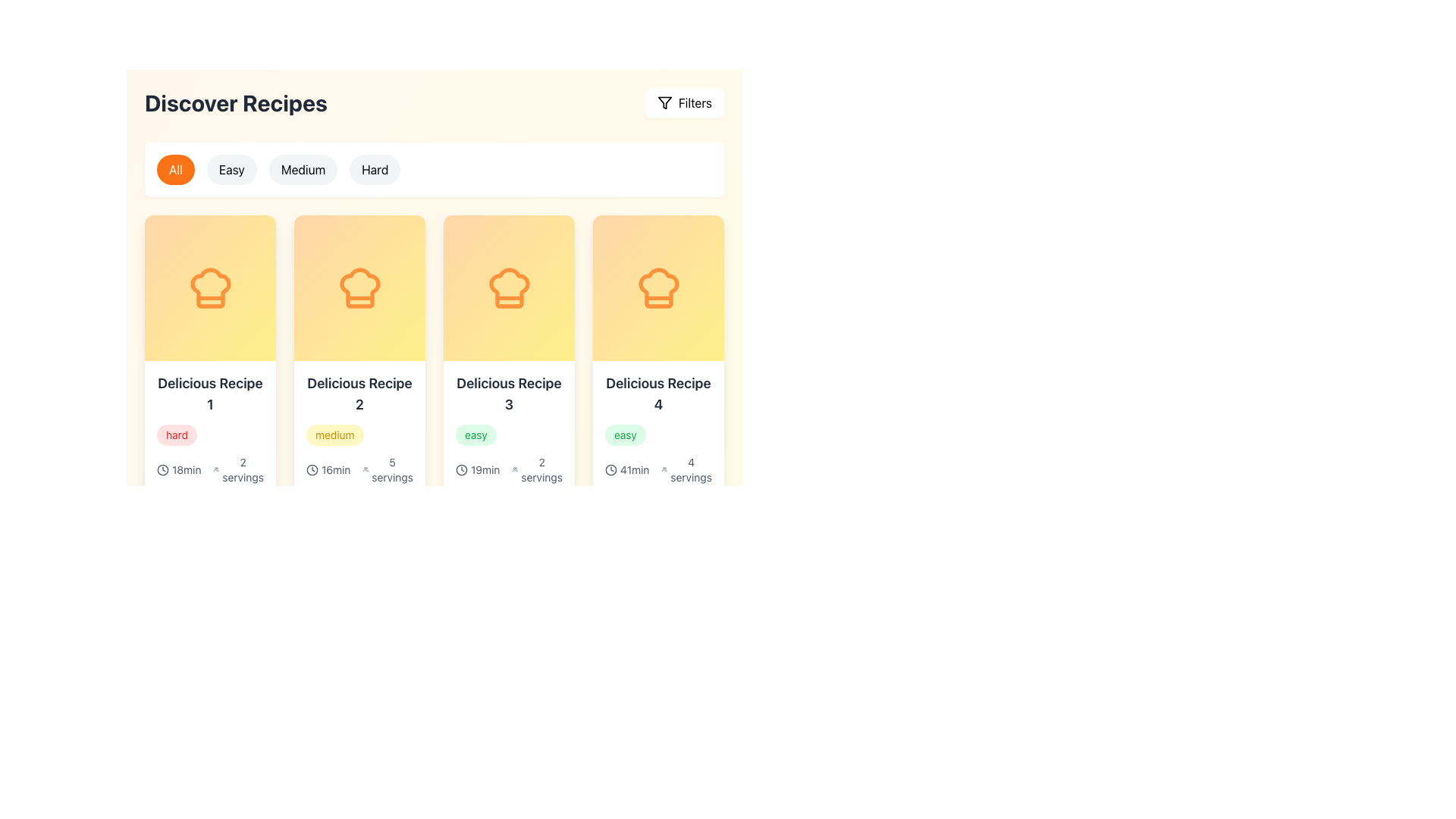 The width and height of the screenshot is (1456, 819). I want to click on chef's hat icon, which is bright orange and located at the top-center of the fourth card titled 'Delicious Recipe 4', so click(658, 288).